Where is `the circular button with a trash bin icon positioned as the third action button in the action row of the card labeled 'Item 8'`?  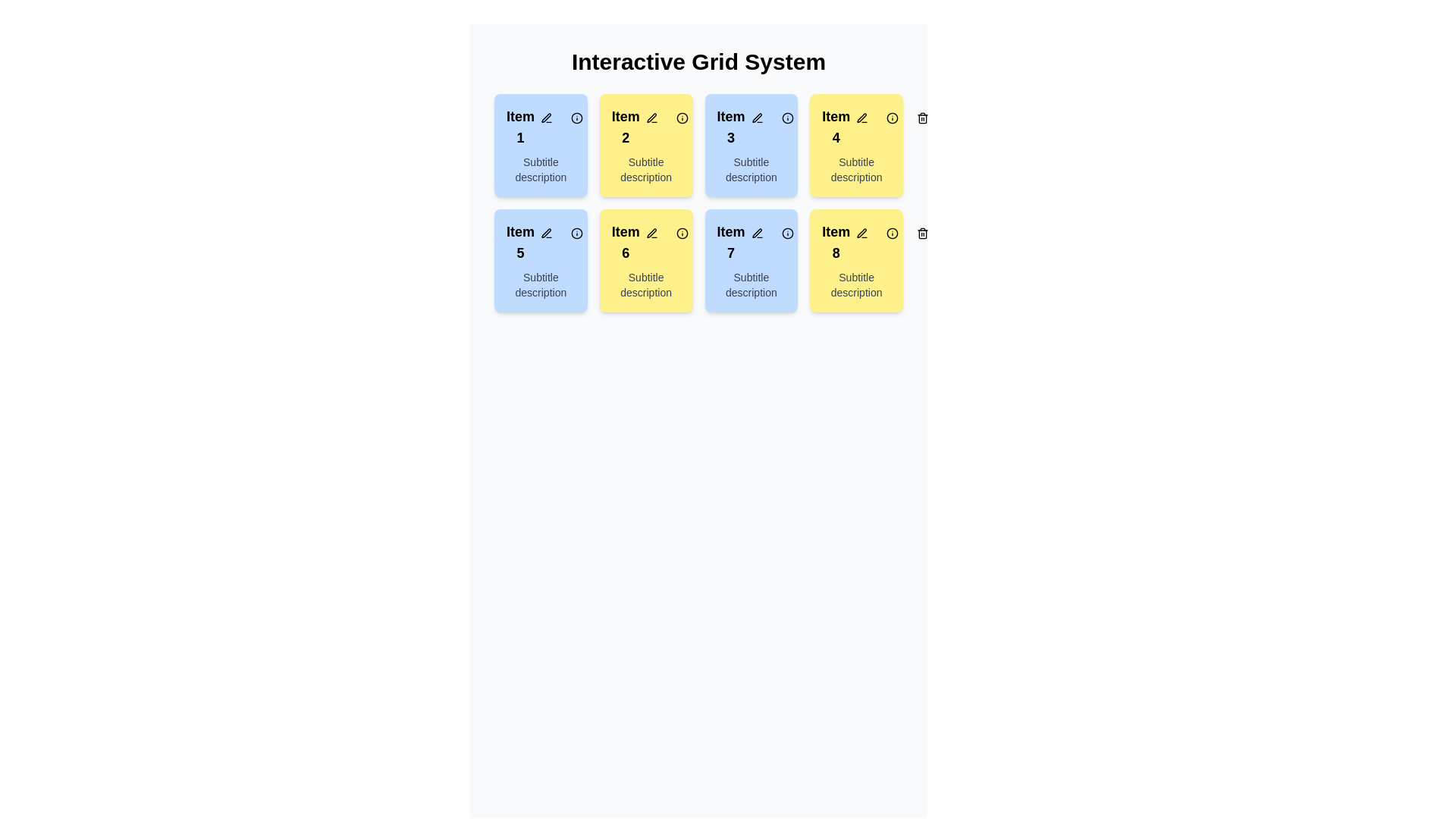 the circular button with a trash bin icon positioned as the third action button in the action row of the card labeled 'Item 8' is located at coordinates (817, 234).